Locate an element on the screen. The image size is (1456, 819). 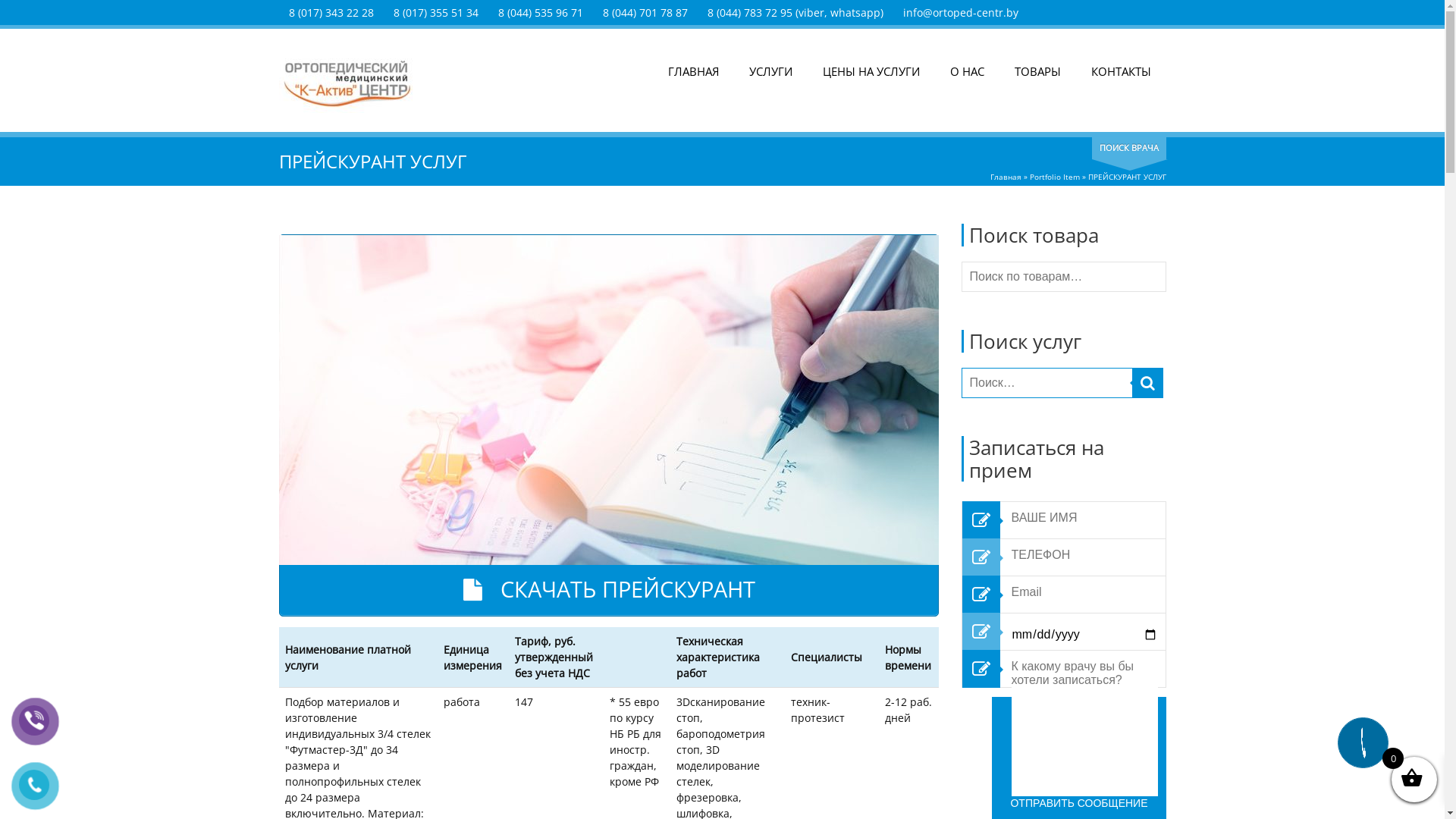
'8 (017) 343 22 28' is located at coordinates (287, 12).